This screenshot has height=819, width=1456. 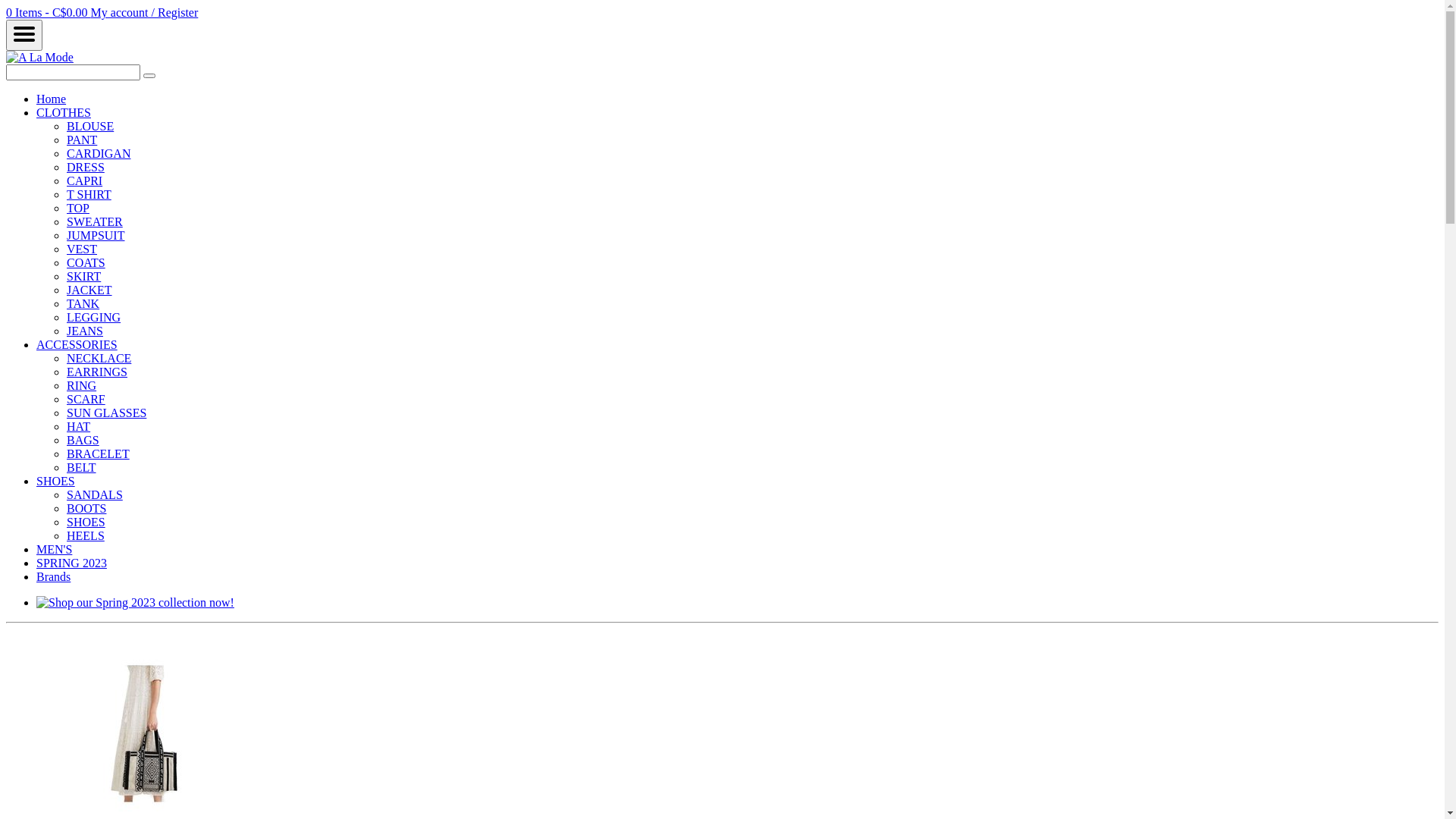 What do you see at coordinates (82, 303) in the screenshot?
I see `'TANK'` at bounding box center [82, 303].